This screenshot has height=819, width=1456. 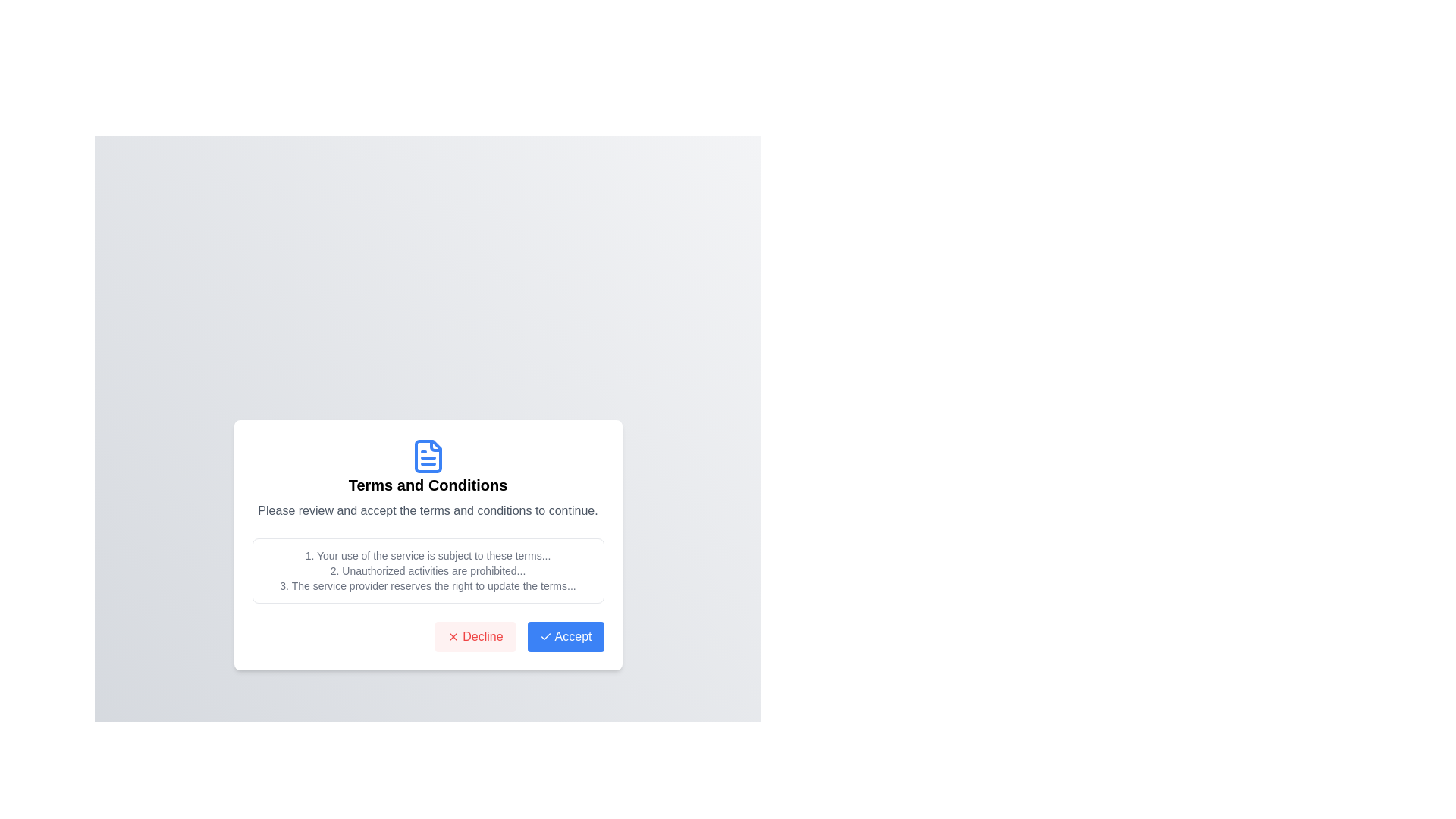 I want to click on static informational text displaying 'Please review and accept the terms and conditions to continue.' located below the 'Terms and Conditions' header, so click(x=427, y=511).